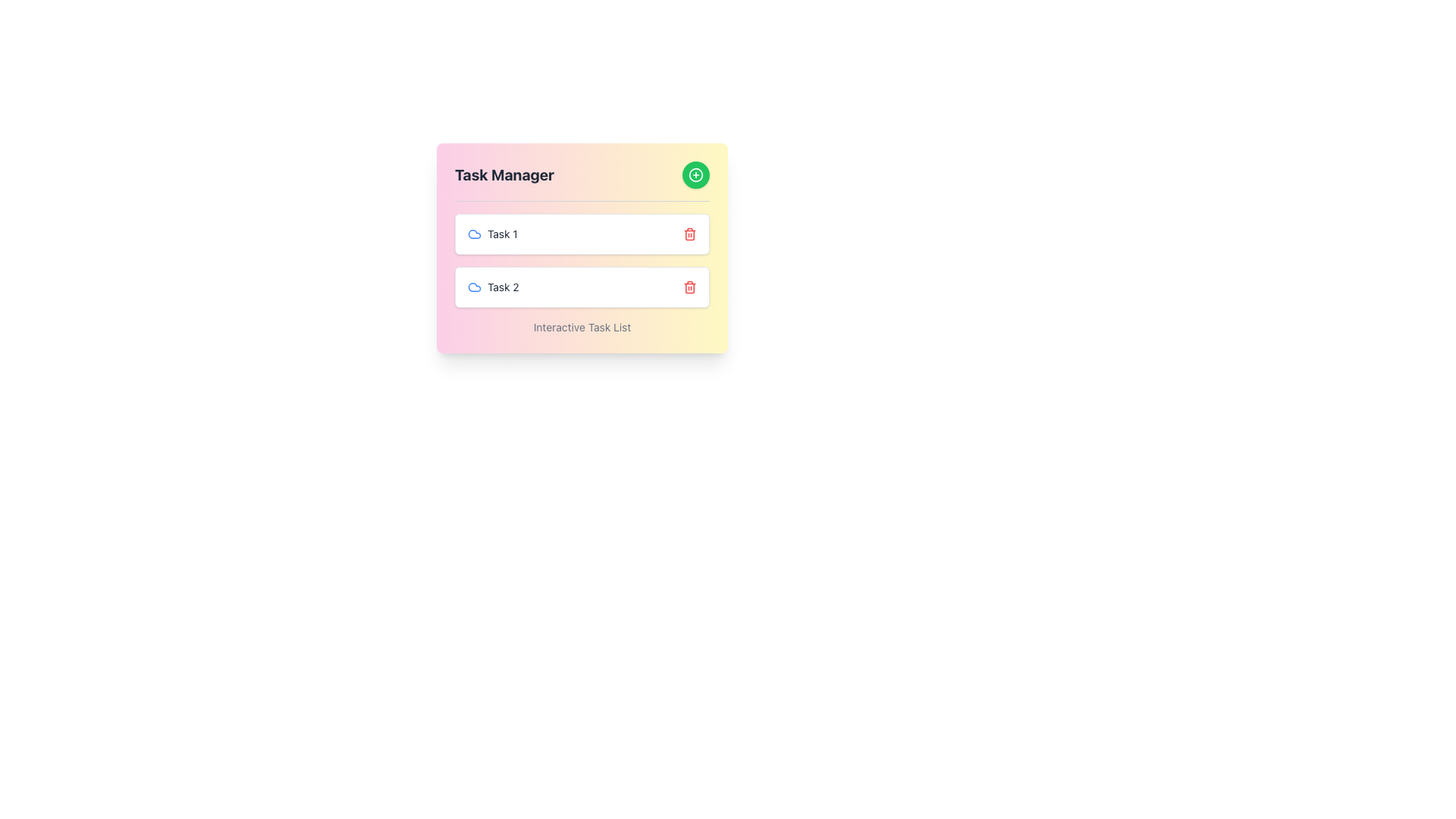  What do you see at coordinates (473, 287) in the screenshot?
I see `the cloud-shaped blue icon that serves as an identifier for 'Task 1' in the 'Task Manager' widget` at bounding box center [473, 287].